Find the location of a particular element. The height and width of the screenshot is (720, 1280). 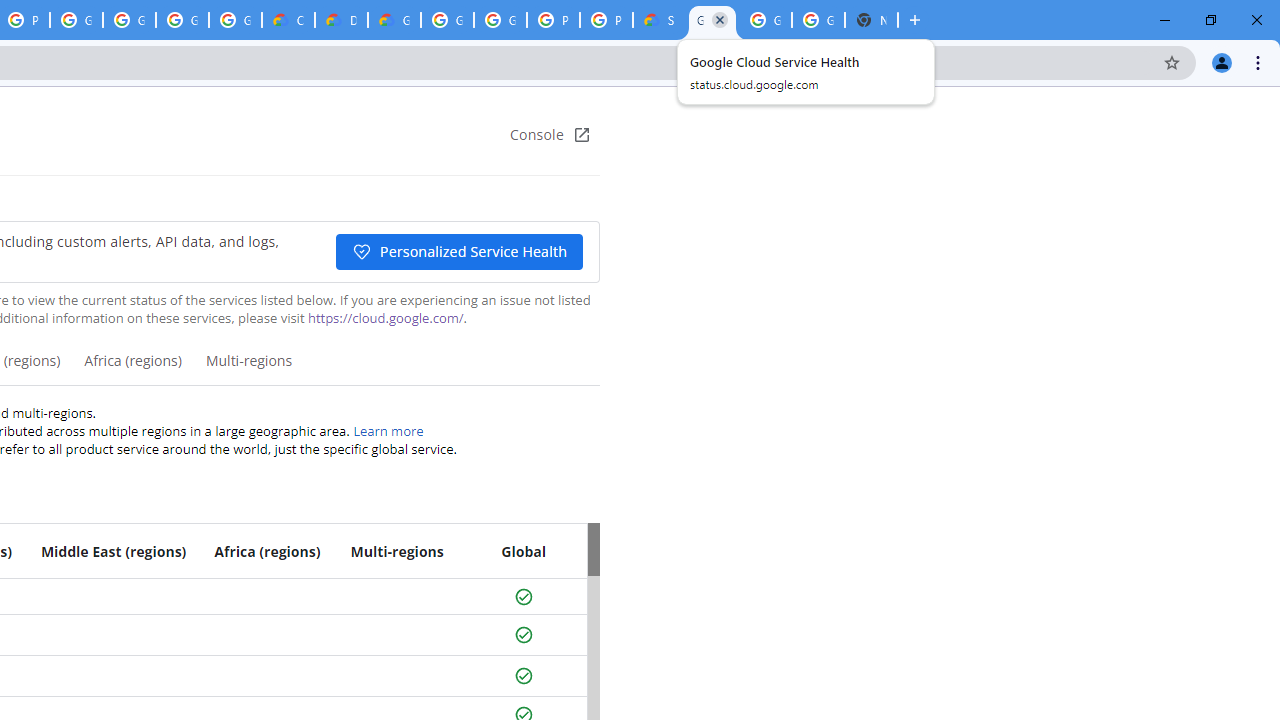

'Customer Care | Google Cloud' is located at coordinates (287, 20).